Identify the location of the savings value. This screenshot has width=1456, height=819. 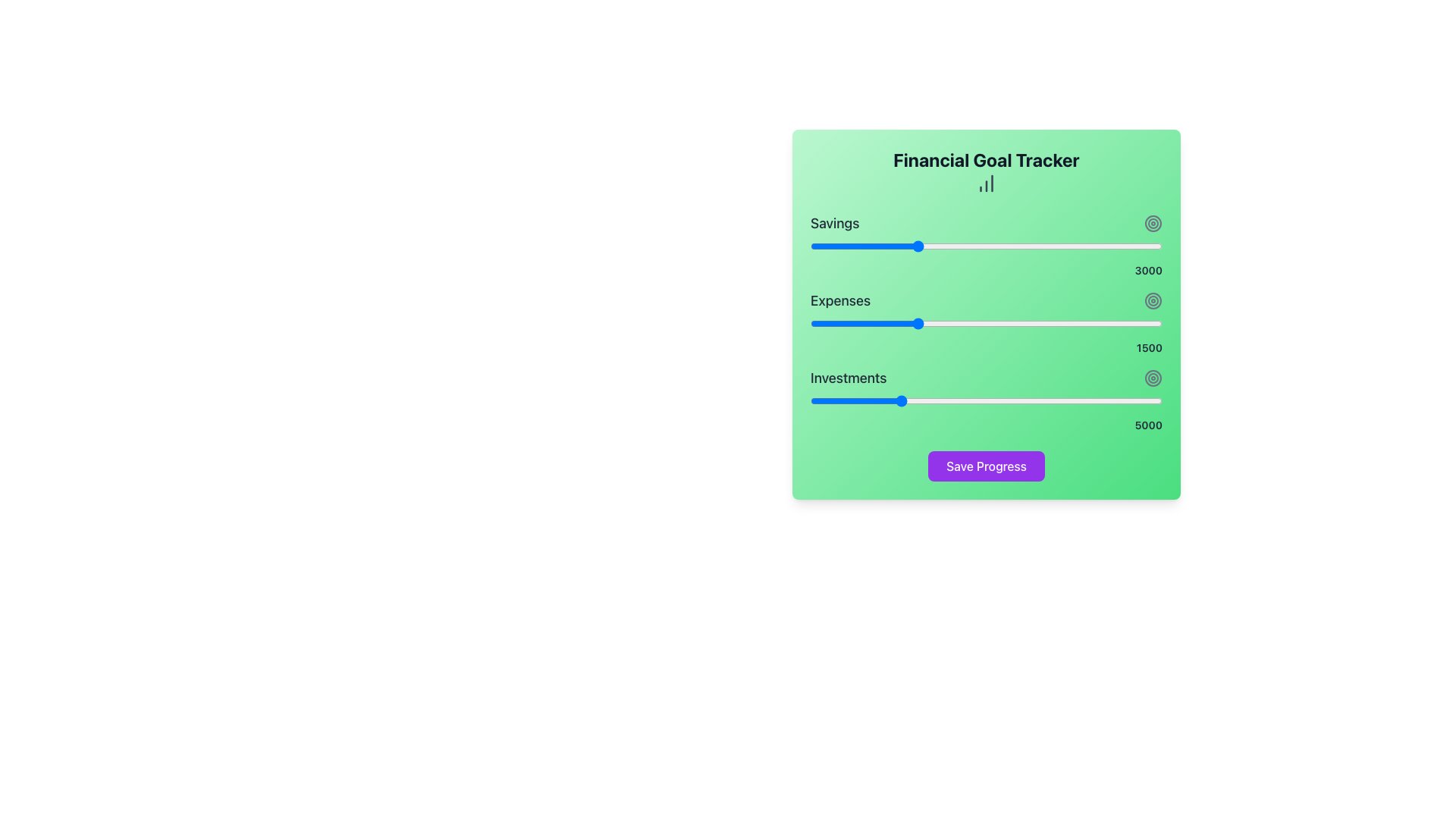
(863, 245).